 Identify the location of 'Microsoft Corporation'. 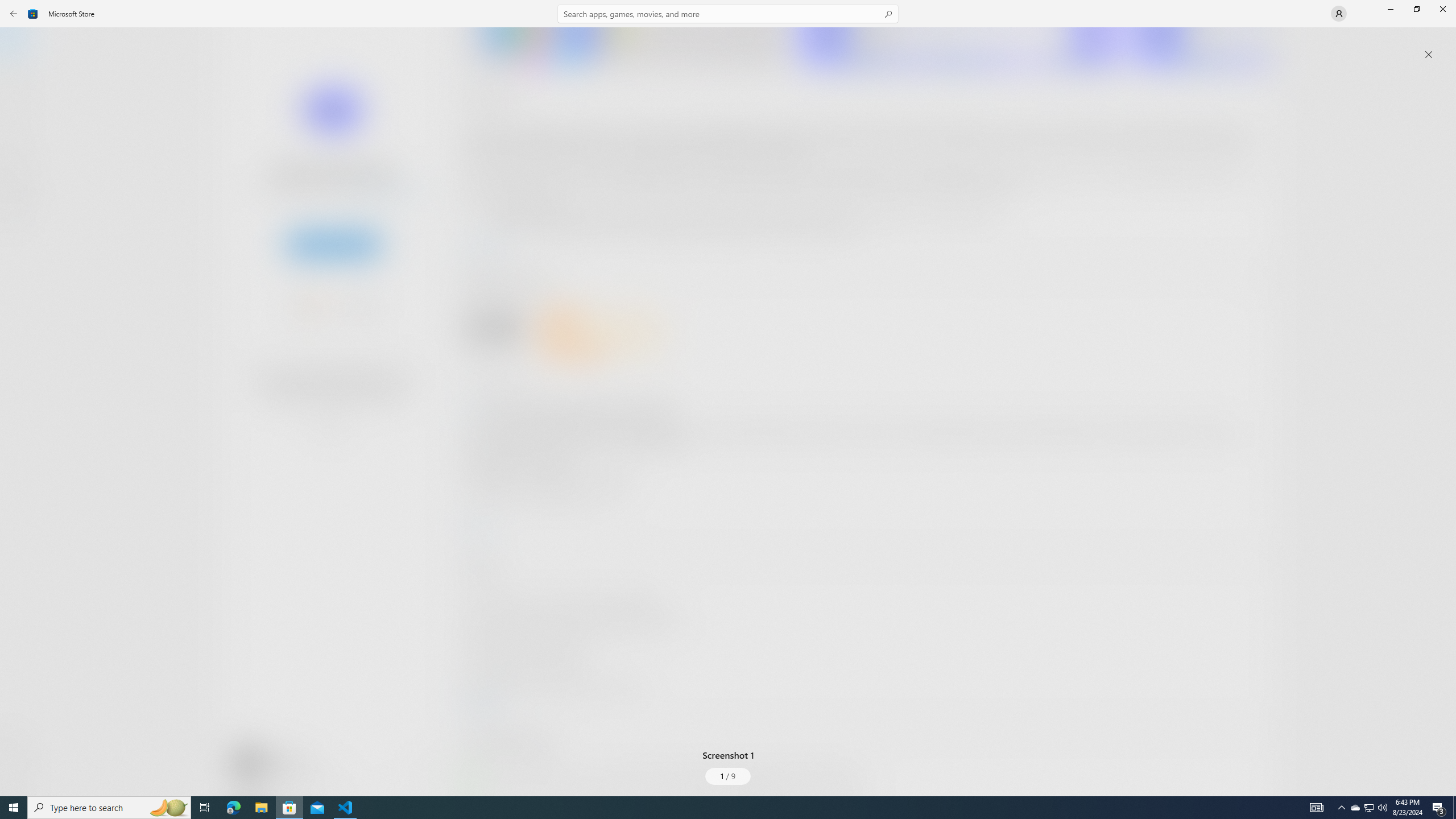
(383, 189).